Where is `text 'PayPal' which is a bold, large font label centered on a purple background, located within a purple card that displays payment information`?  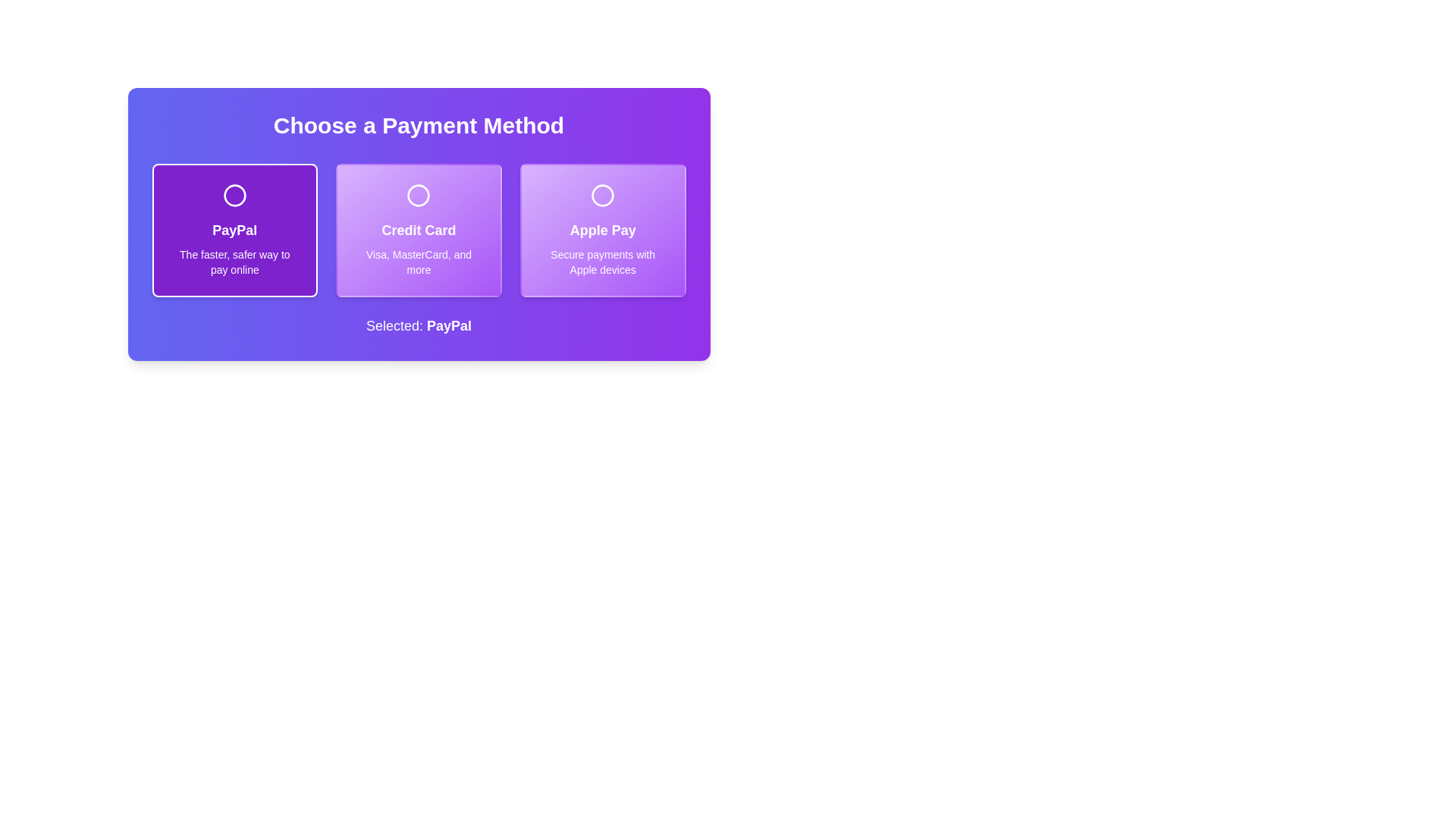
text 'PayPal' which is a bold, large font label centered on a purple background, located within a purple card that displays payment information is located at coordinates (234, 231).